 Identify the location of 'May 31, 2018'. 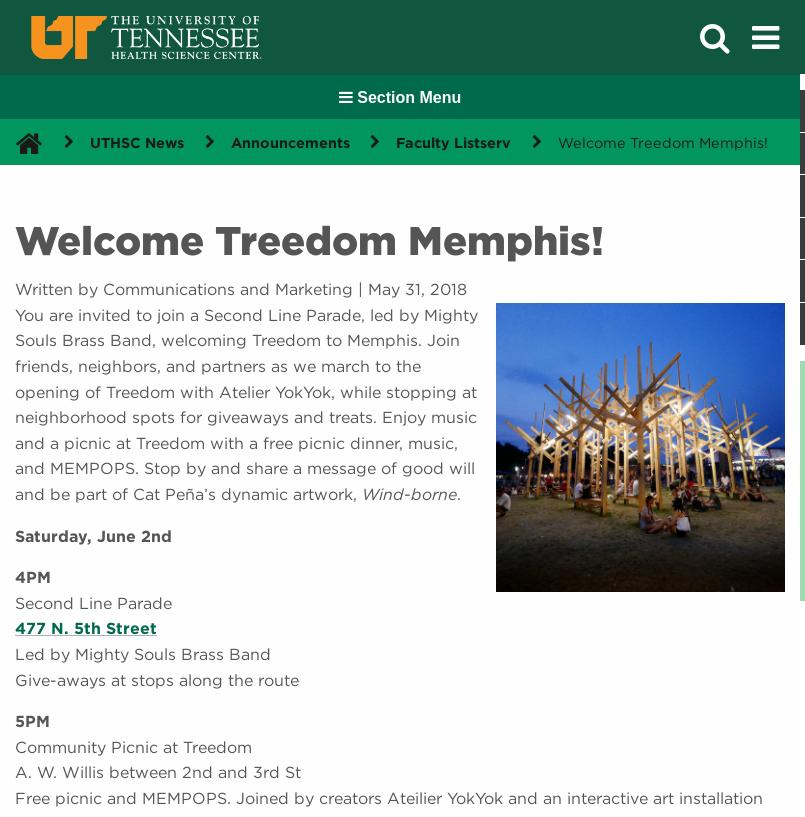
(416, 289).